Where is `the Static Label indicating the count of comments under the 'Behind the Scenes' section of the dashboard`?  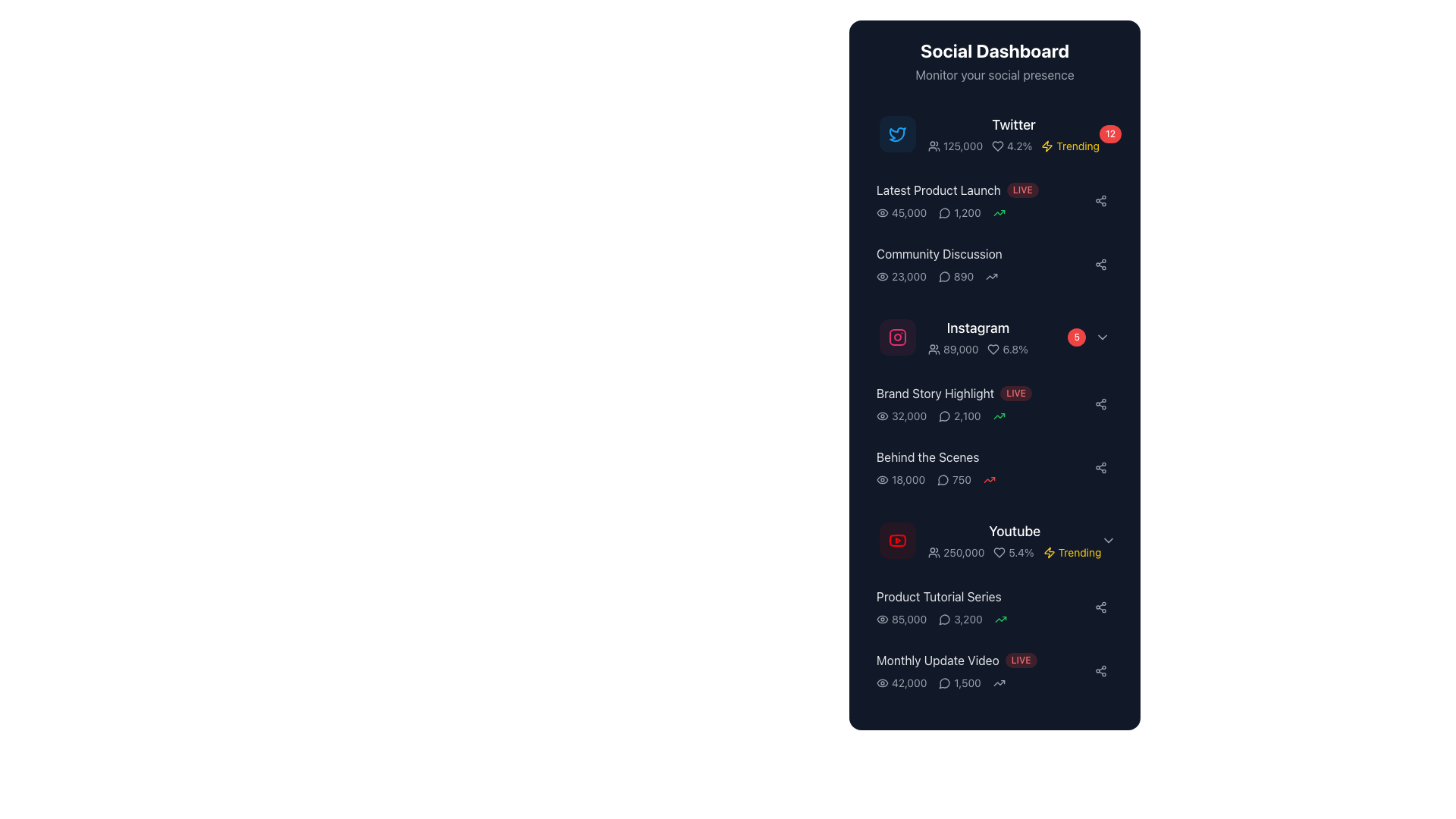
the Static Label indicating the count of comments under the 'Behind the Scenes' section of the dashboard is located at coordinates (953, 479).